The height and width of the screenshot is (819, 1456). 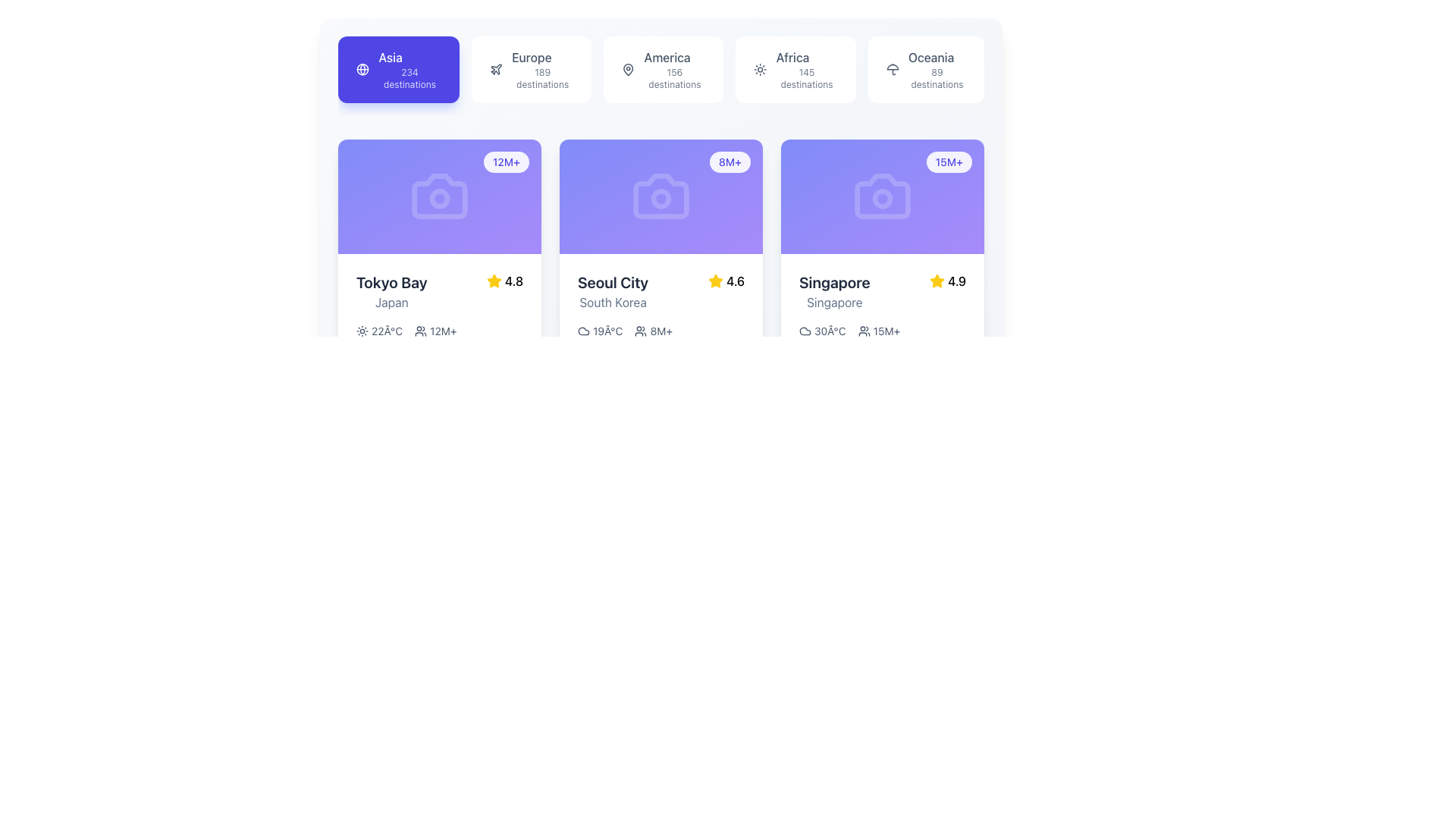 What do you see at coordinates (925, 70) in the screenshot?
I see `the Interactive button labeled 'Oceania' that features an umbrella icon and displays '89 destinations' below it` at bounding box center [925, 70].